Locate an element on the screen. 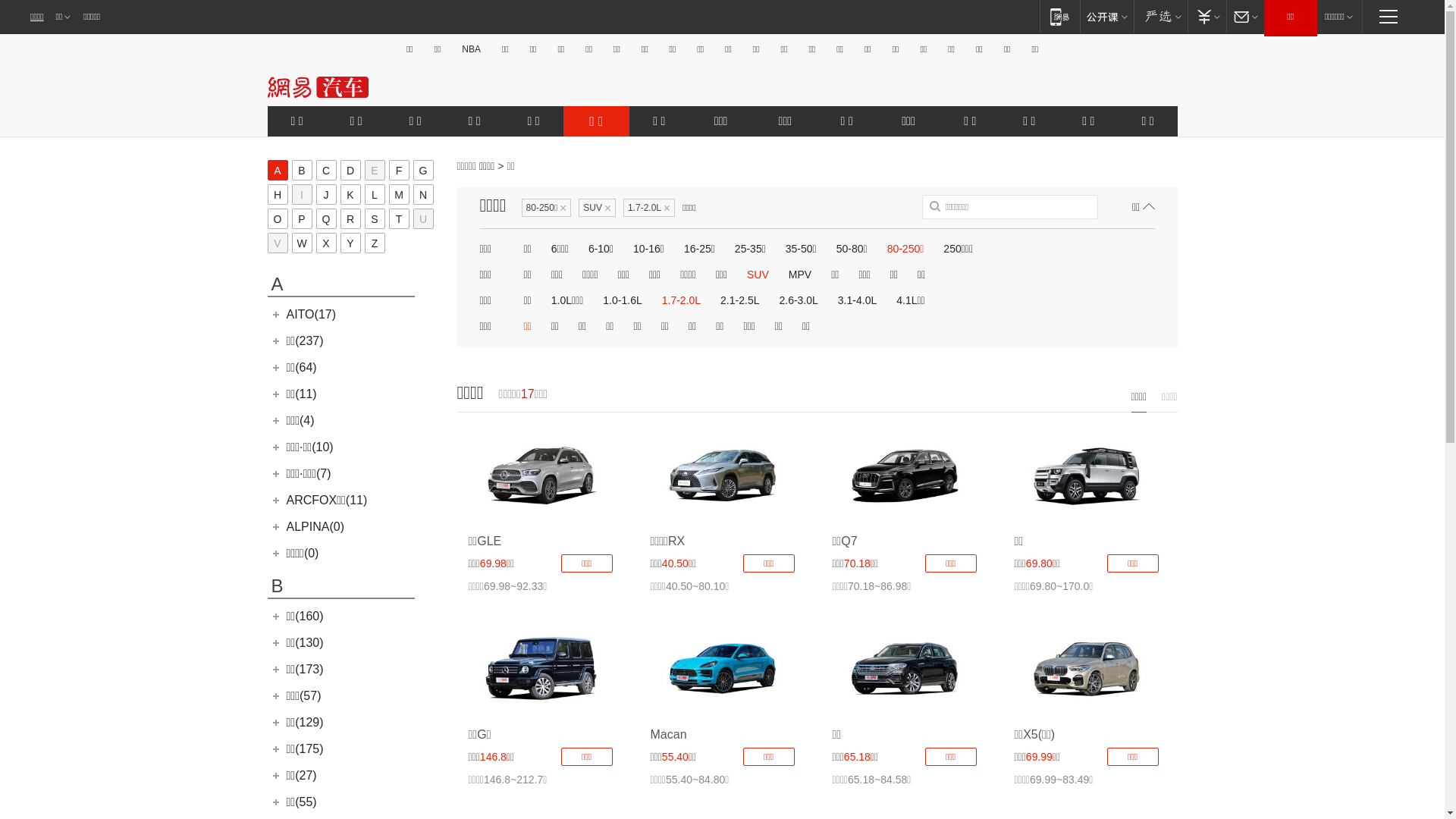  'R' is located at coordinates (349, 218).